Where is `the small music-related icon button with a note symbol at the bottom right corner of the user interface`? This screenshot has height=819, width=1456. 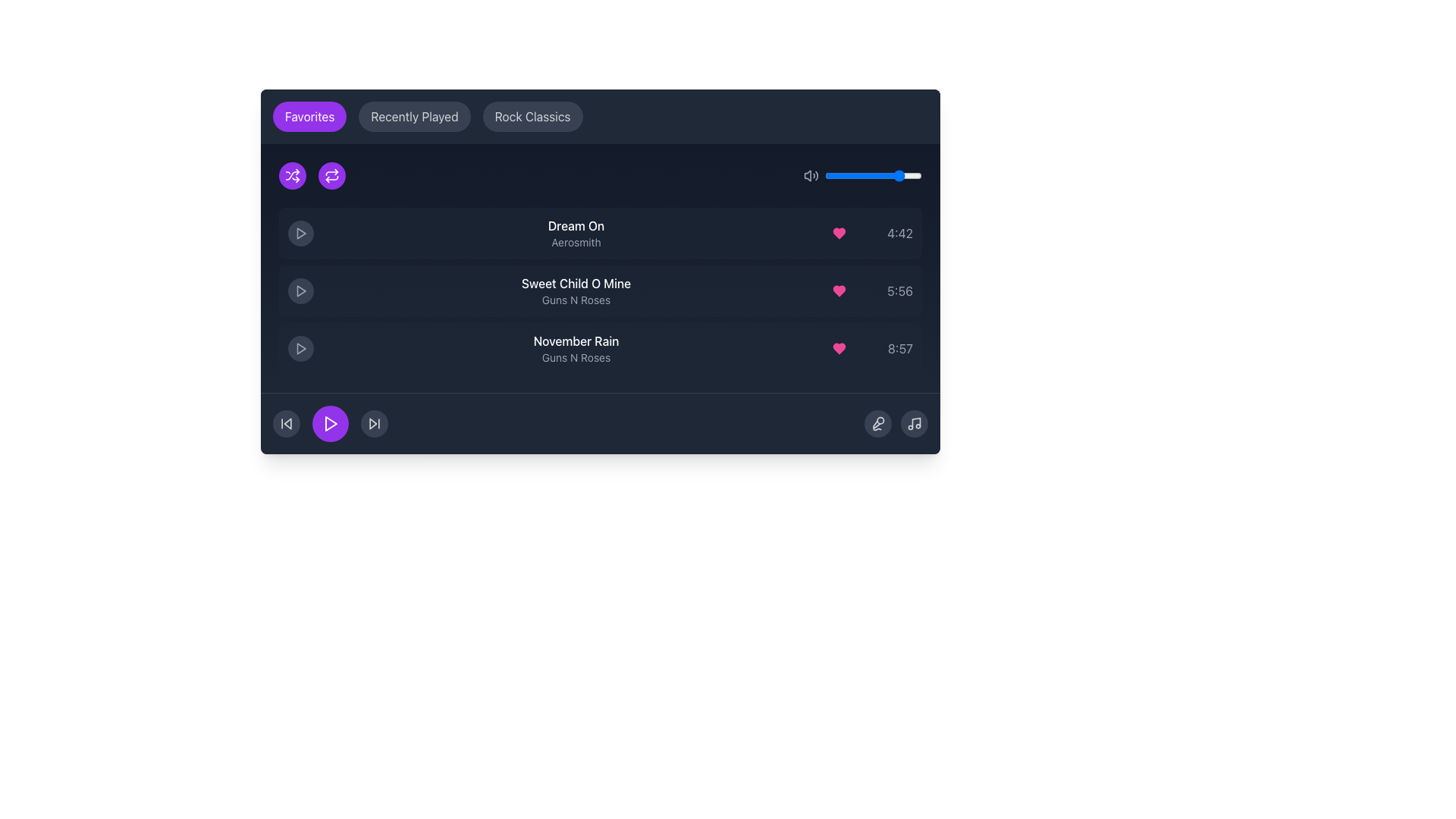
the small music-related icon button with a note symbol at the bottom right corner of the user interface is located at coordinates (913, 424).